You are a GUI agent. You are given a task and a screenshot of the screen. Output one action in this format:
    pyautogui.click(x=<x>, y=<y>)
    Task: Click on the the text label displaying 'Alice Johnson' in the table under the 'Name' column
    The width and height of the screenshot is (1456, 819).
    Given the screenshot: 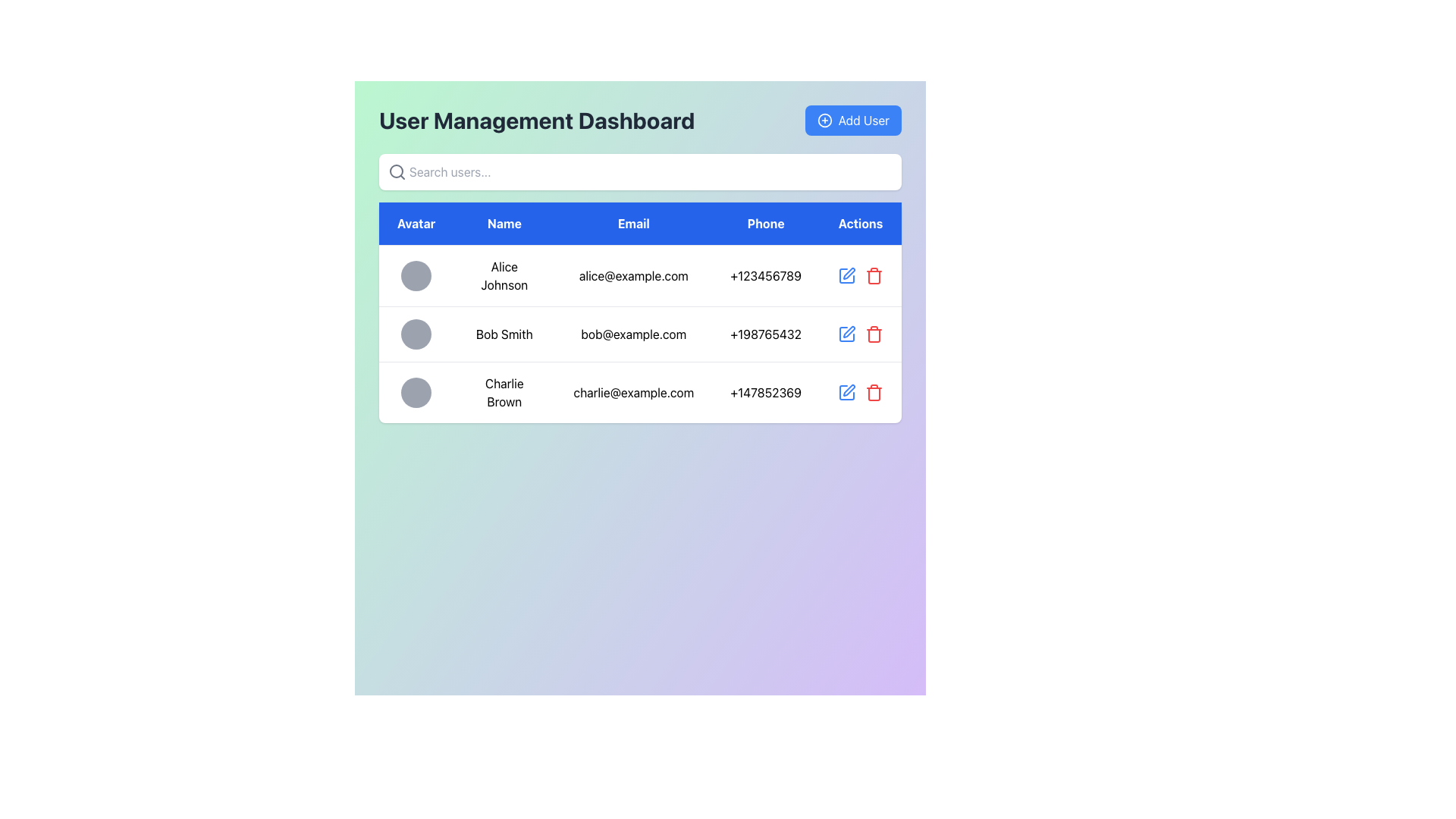 What is the action you would take?
    pyautogui.click(x=504, y=275)
    